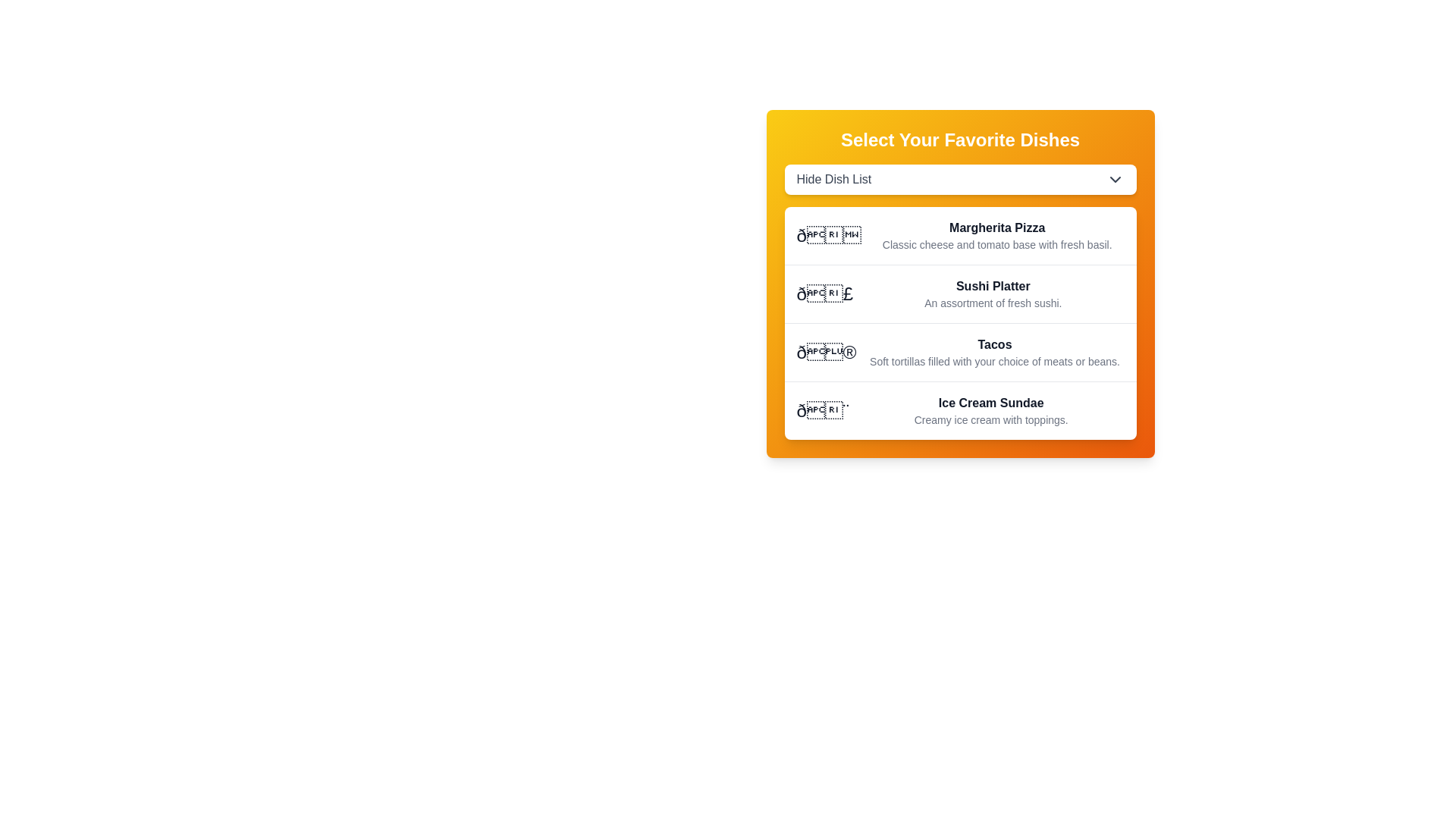 This screenshot has height=819, width=1456. I want to click on the Text Label for the menu item 'Ice Cream Sundae', which is the fourth item in the menu list, positioned above the description 'Creamy ice cream with toppings.', so click(991, 403).